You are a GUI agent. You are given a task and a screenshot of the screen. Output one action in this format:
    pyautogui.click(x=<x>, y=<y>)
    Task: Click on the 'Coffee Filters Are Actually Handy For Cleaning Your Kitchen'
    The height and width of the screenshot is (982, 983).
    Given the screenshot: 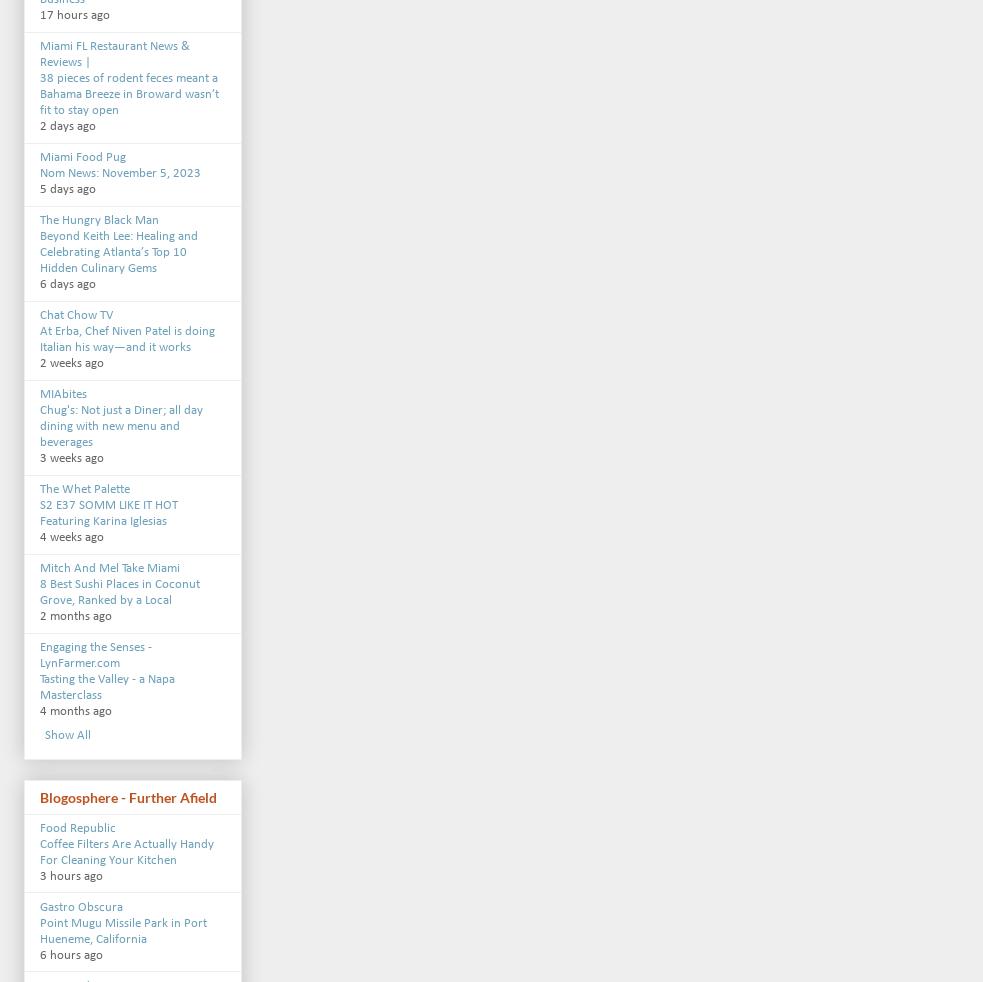 What is the action you would take?
    pyautogui.click(x=39, y=851)
    